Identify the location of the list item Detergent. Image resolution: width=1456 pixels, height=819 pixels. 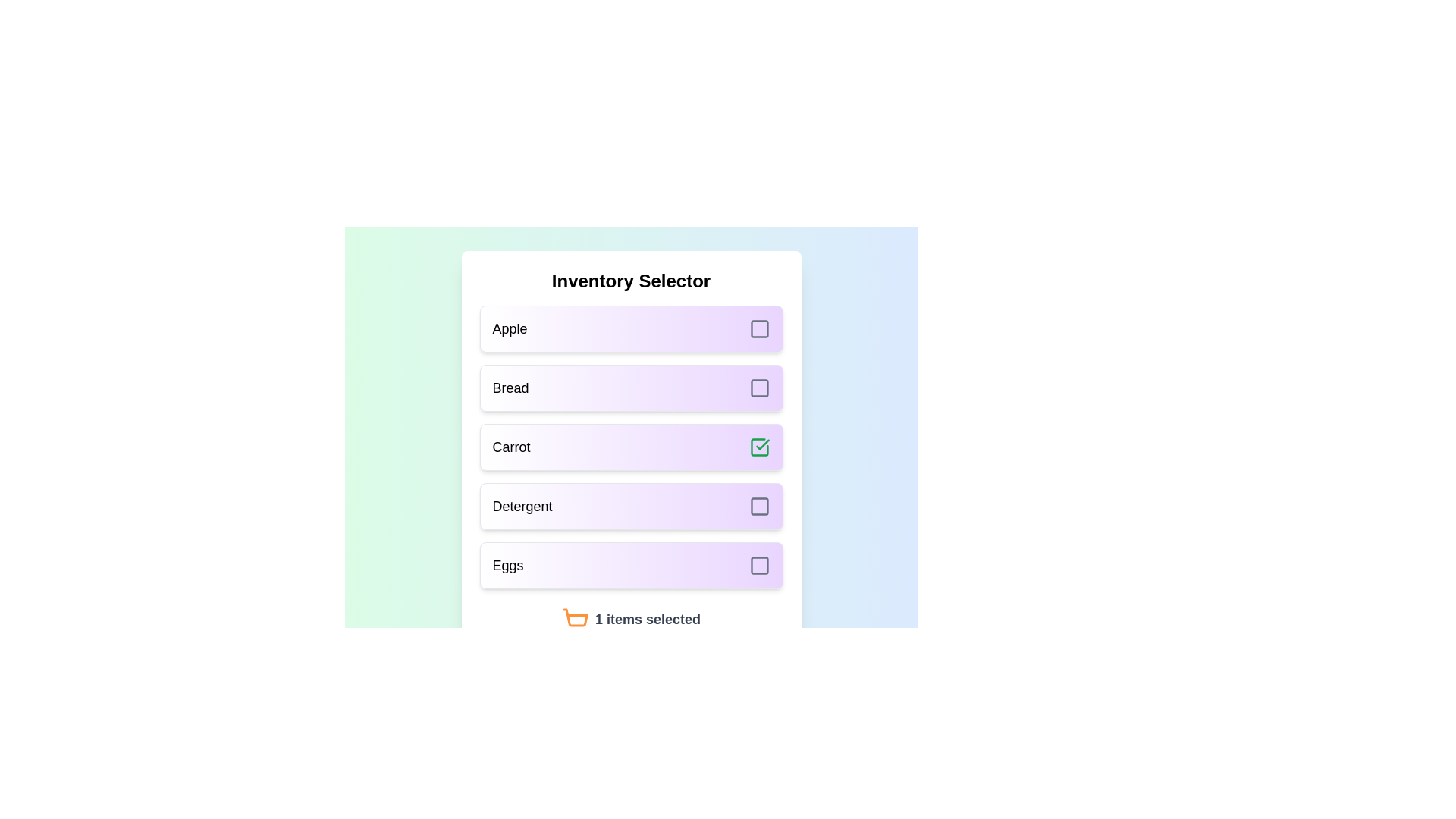
(631, 506).